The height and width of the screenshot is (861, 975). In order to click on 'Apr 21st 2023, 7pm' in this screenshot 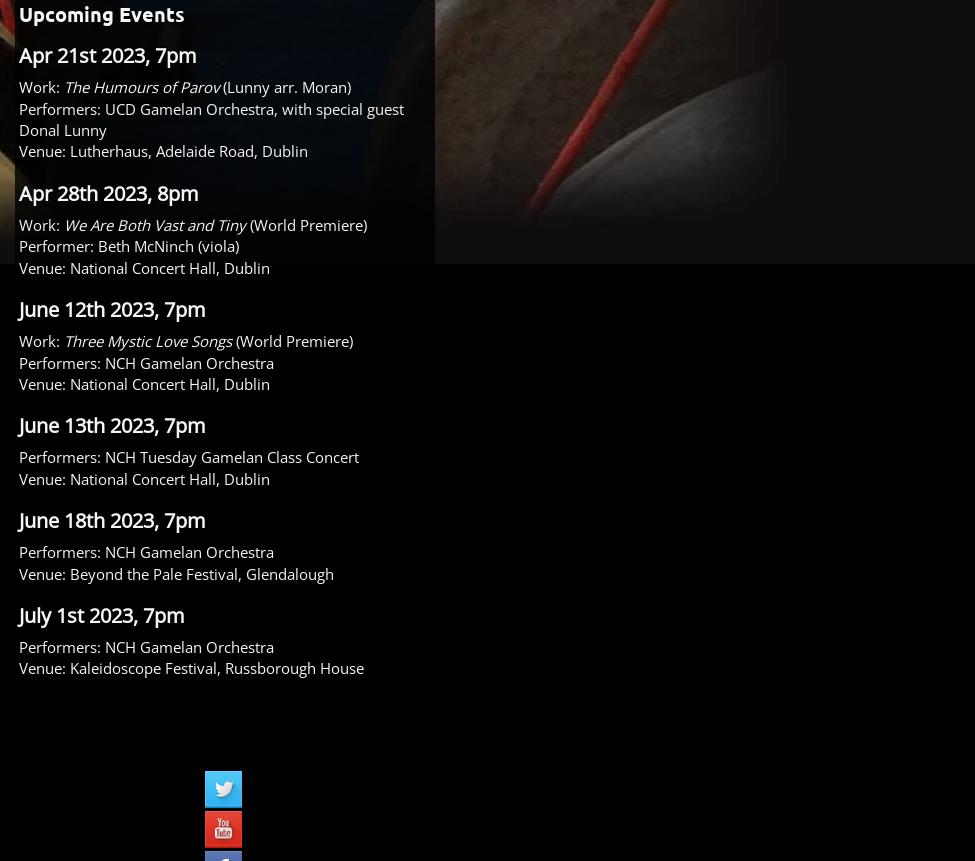, I will do `click(107, 55)`.